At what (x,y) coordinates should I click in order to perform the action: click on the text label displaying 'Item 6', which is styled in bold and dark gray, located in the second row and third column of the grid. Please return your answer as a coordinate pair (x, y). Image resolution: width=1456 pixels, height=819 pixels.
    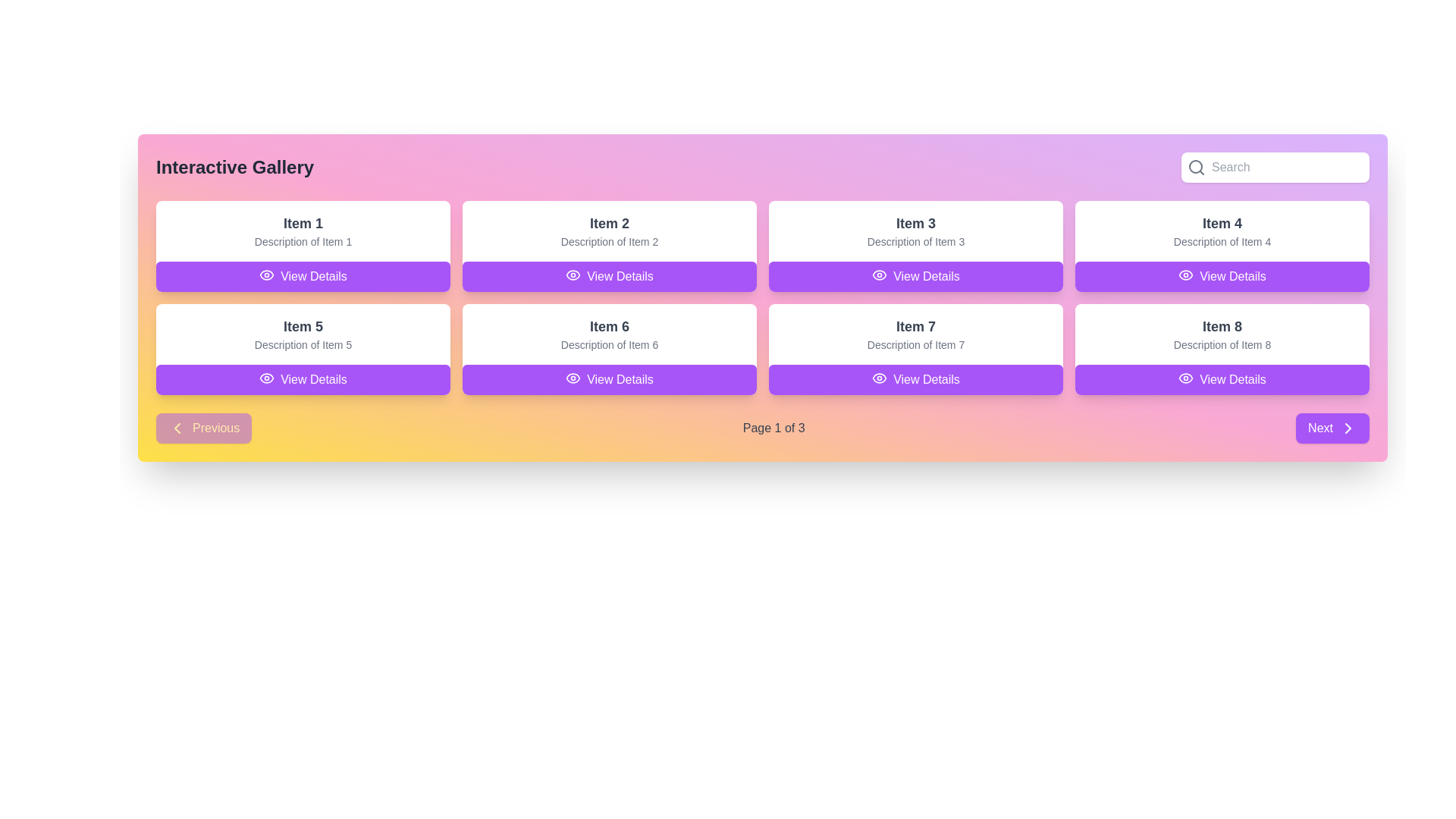
    Looking at the image, I should click on (610, 326).